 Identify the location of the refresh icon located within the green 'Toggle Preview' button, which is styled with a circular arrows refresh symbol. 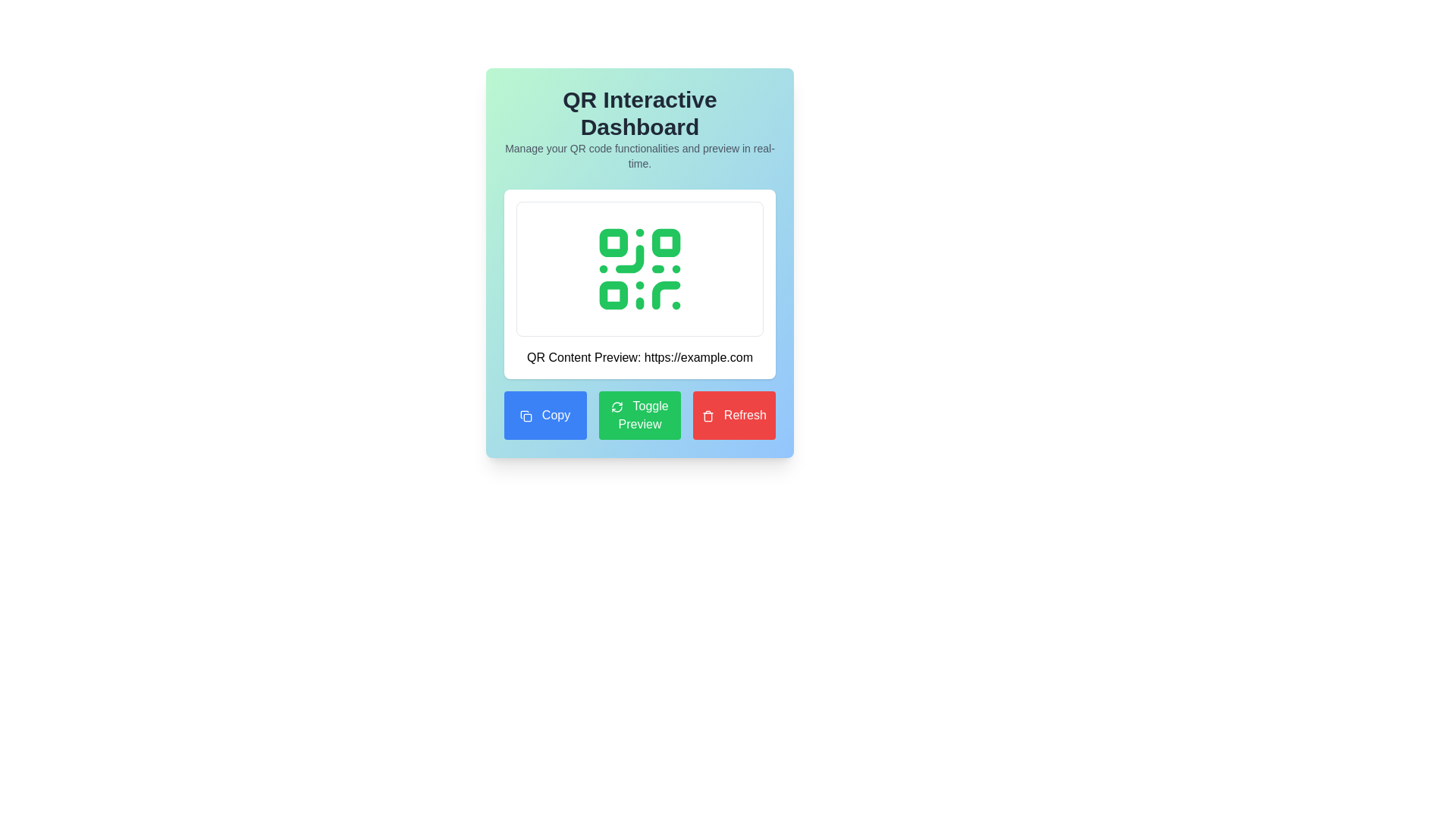
(617, 406).